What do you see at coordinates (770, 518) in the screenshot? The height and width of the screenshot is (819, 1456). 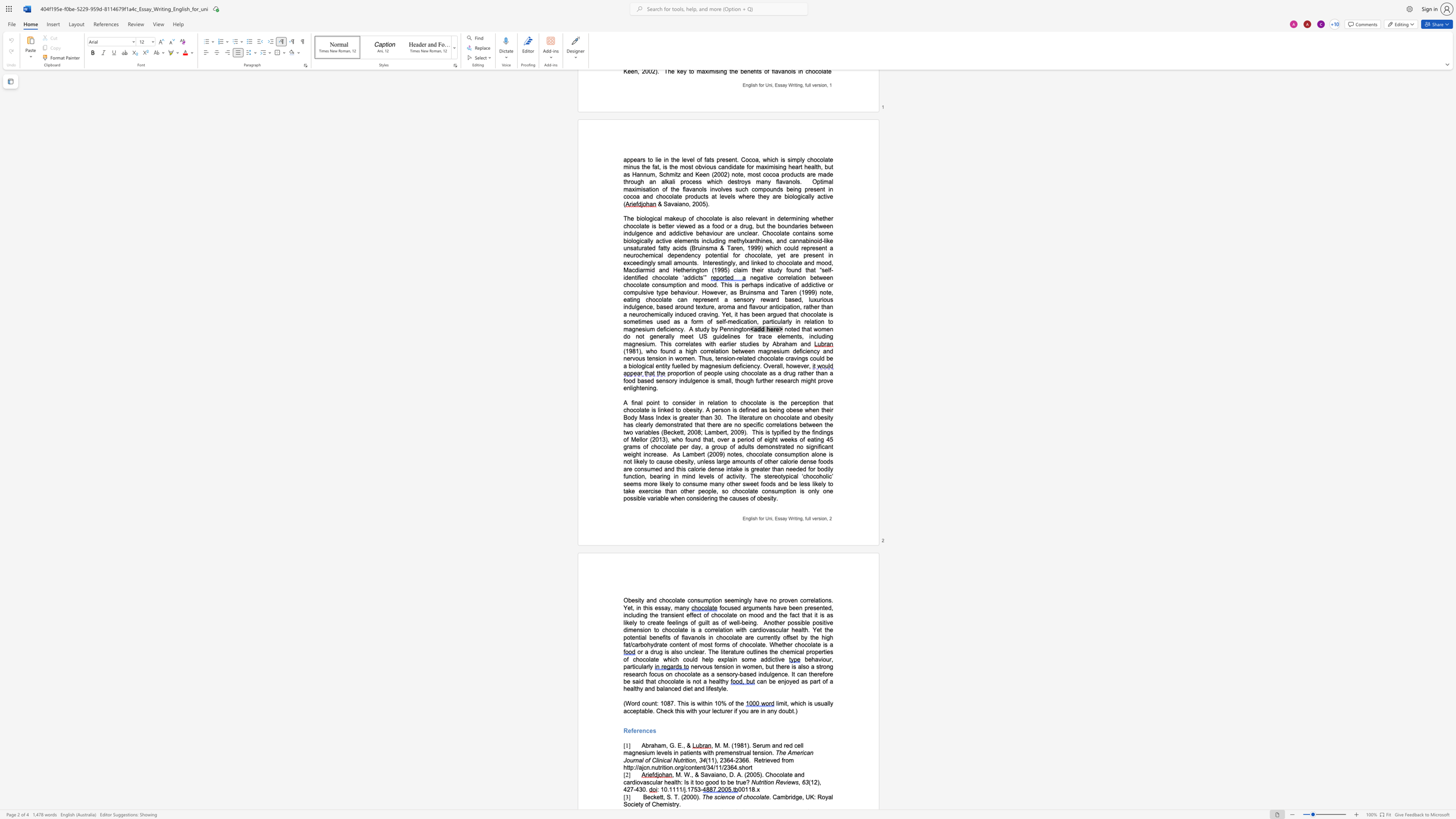 I see `the space between the continuous character "n" and "i" in the text` at bounding box center [770, 518].